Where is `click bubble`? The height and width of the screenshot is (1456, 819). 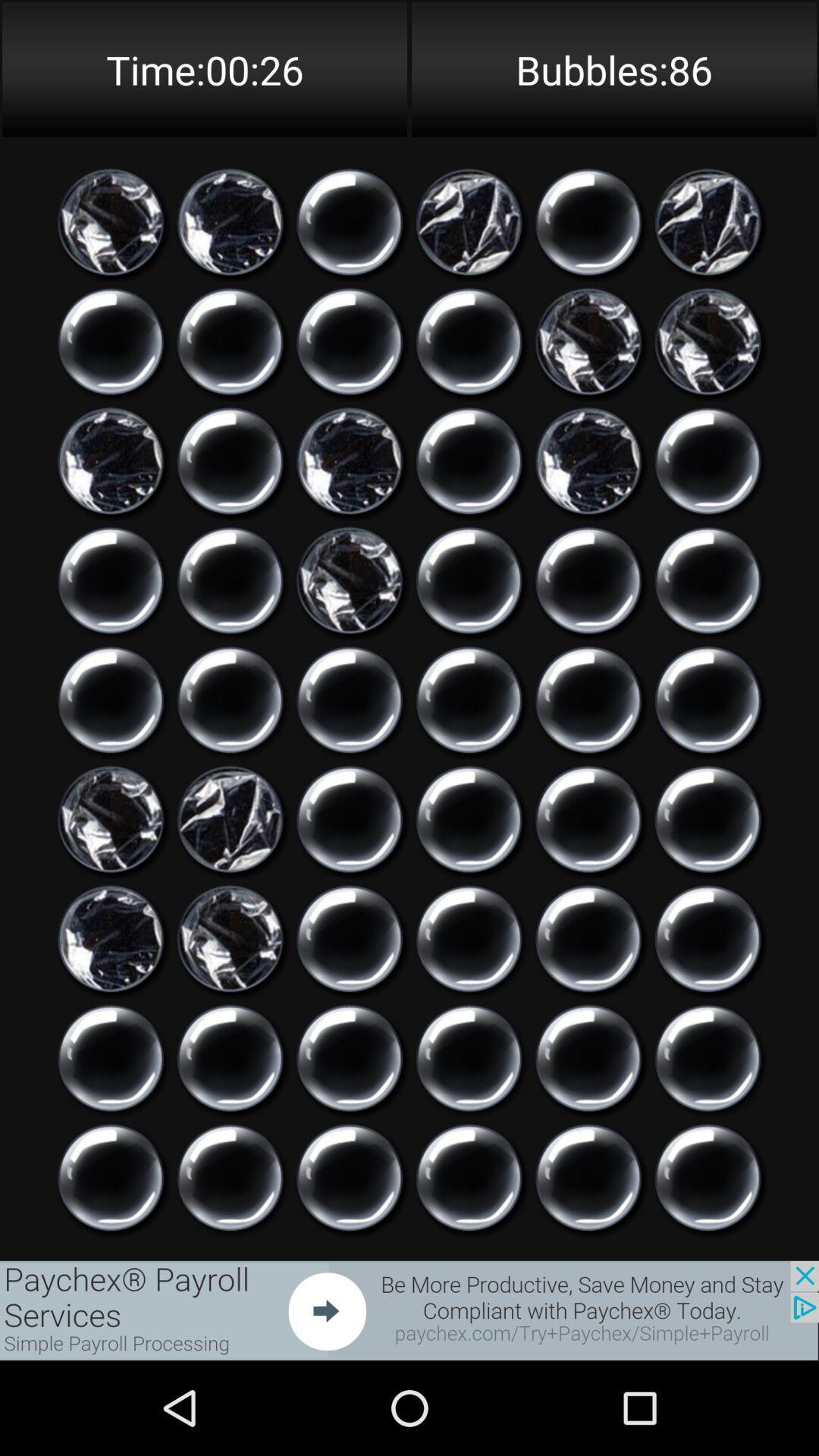 click bubble is located at coordinates (110, 1057).